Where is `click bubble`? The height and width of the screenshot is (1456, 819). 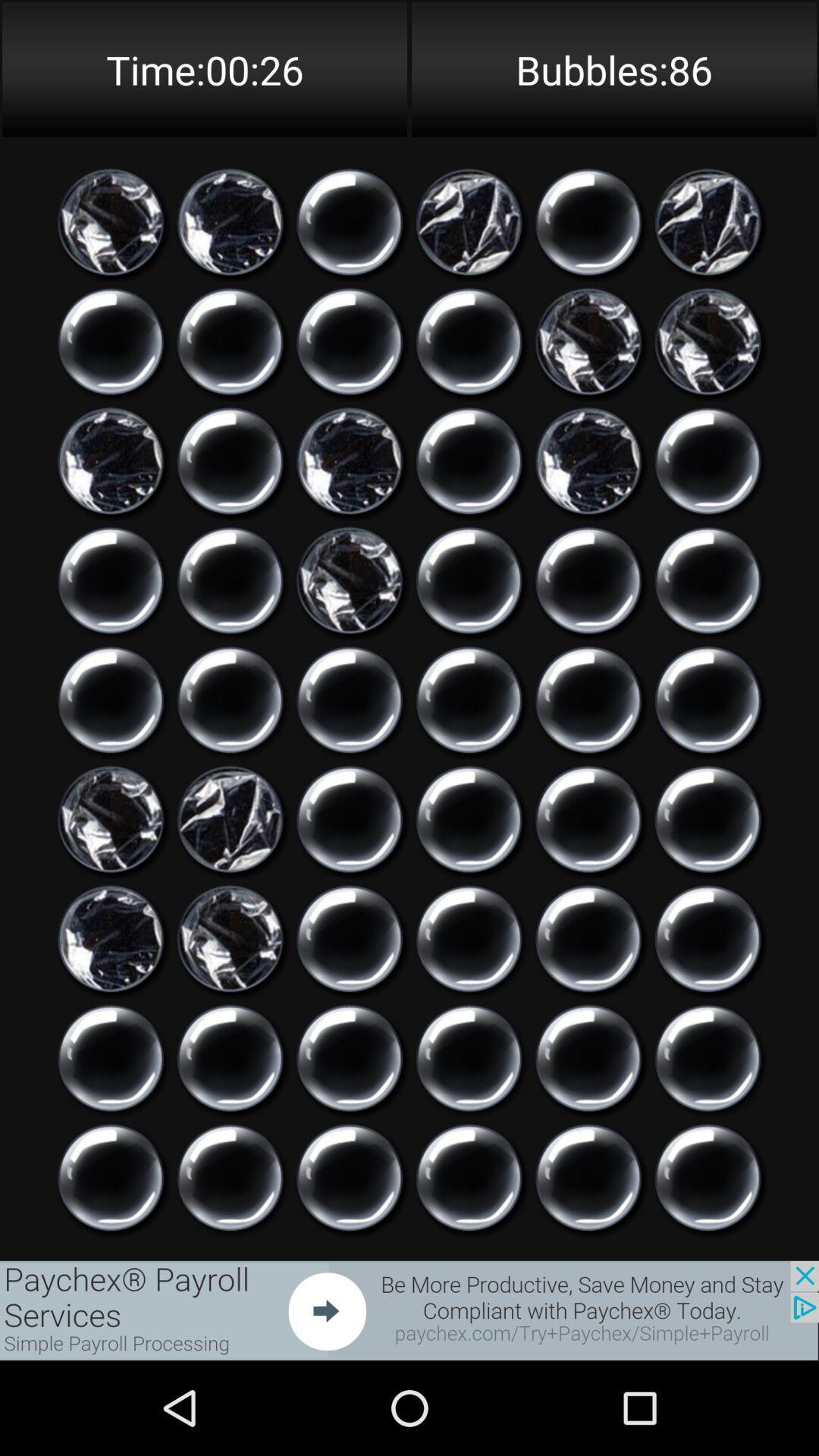 click bubble is located at coordinates (110, 1057).